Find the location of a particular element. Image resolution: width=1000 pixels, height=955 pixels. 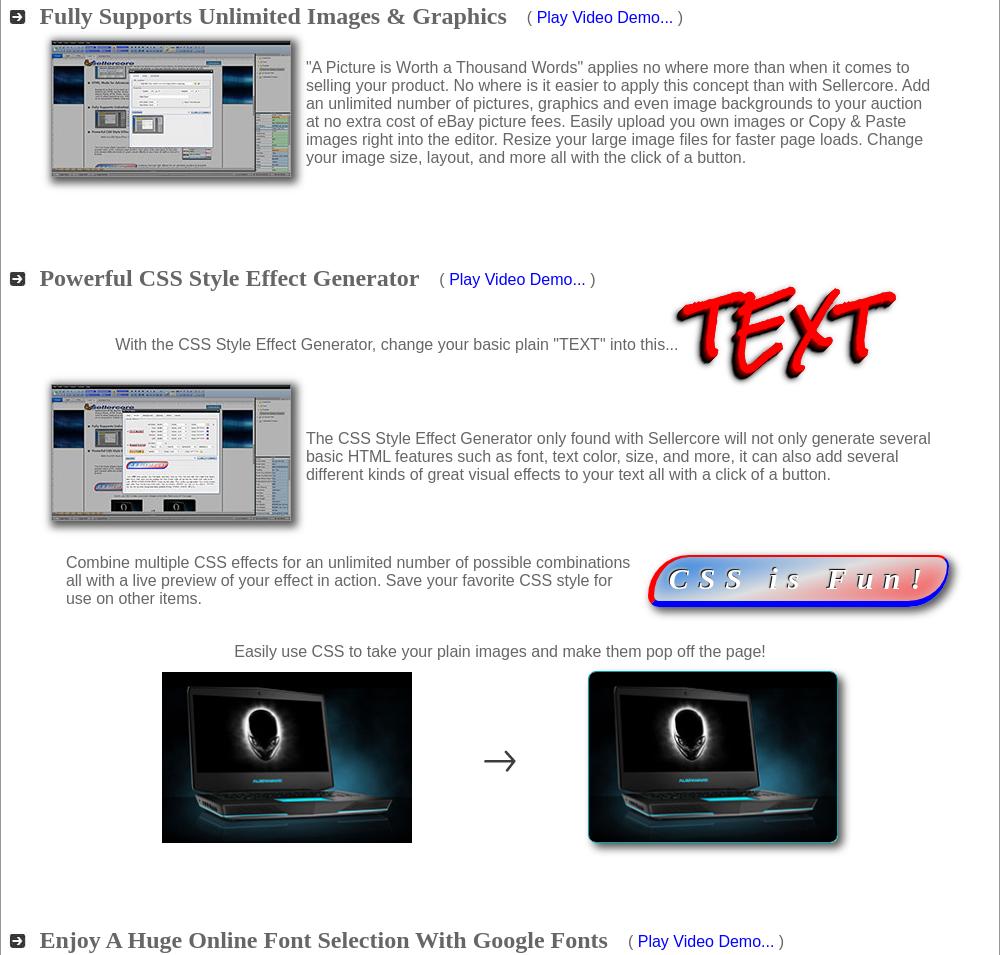

'CSS is Fun!' is located at coordinates (800, 578).